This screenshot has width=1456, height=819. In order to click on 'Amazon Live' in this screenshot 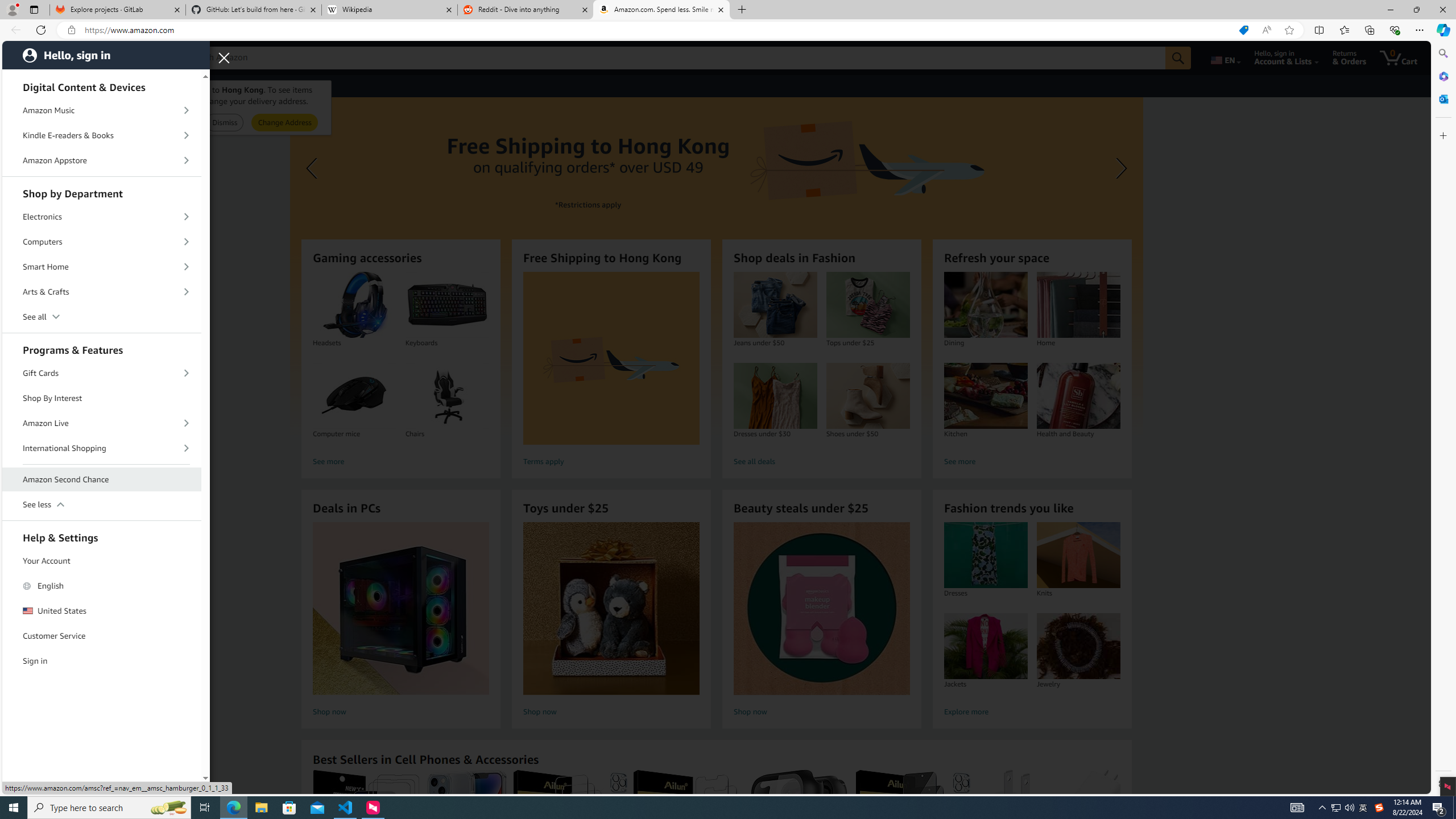, I will do `click(102, 422)`.